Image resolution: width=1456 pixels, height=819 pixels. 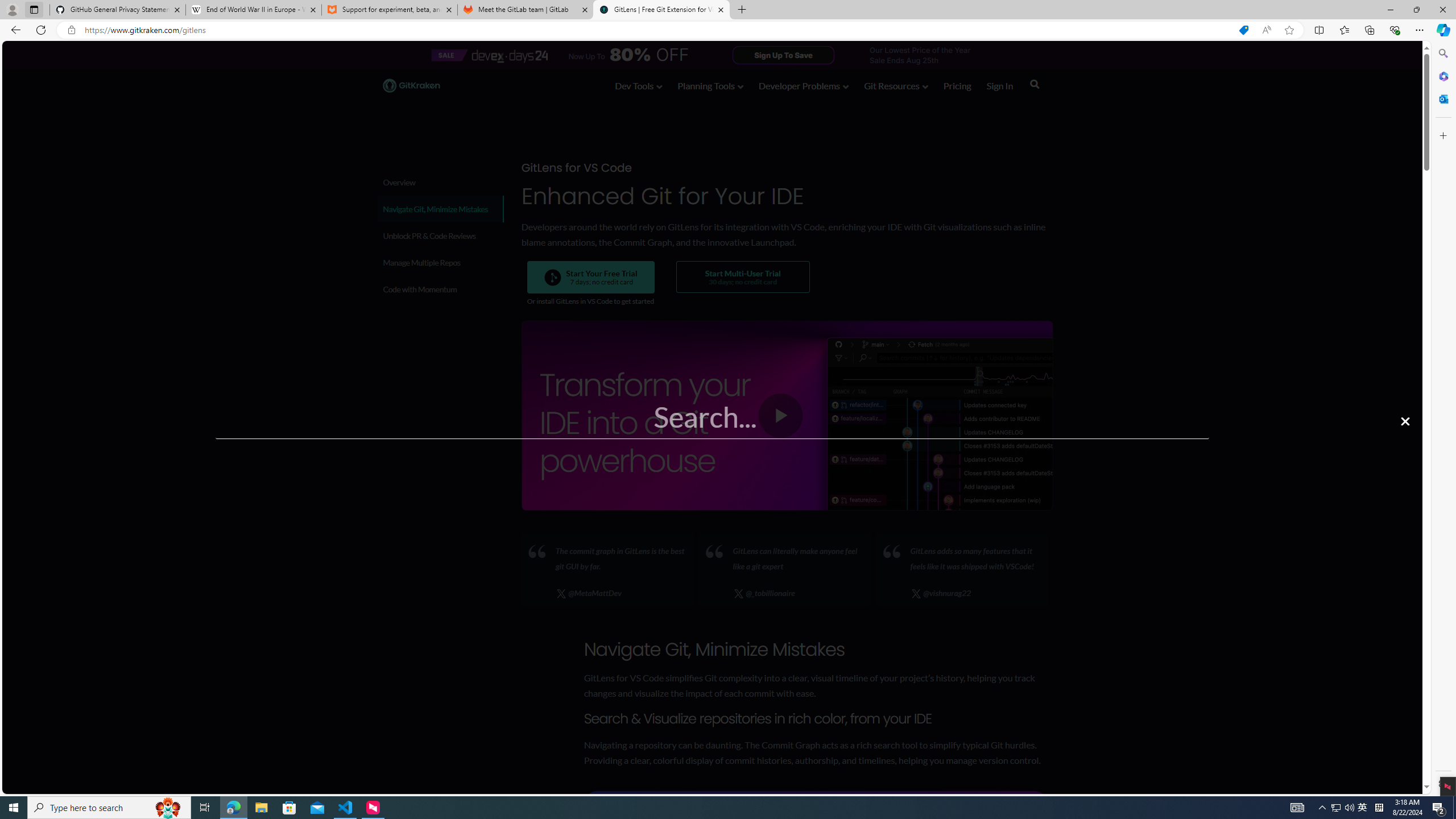 I want to click on 'Start Multi-User Trial 30 days; no credit card', so click(x=742, y=276).